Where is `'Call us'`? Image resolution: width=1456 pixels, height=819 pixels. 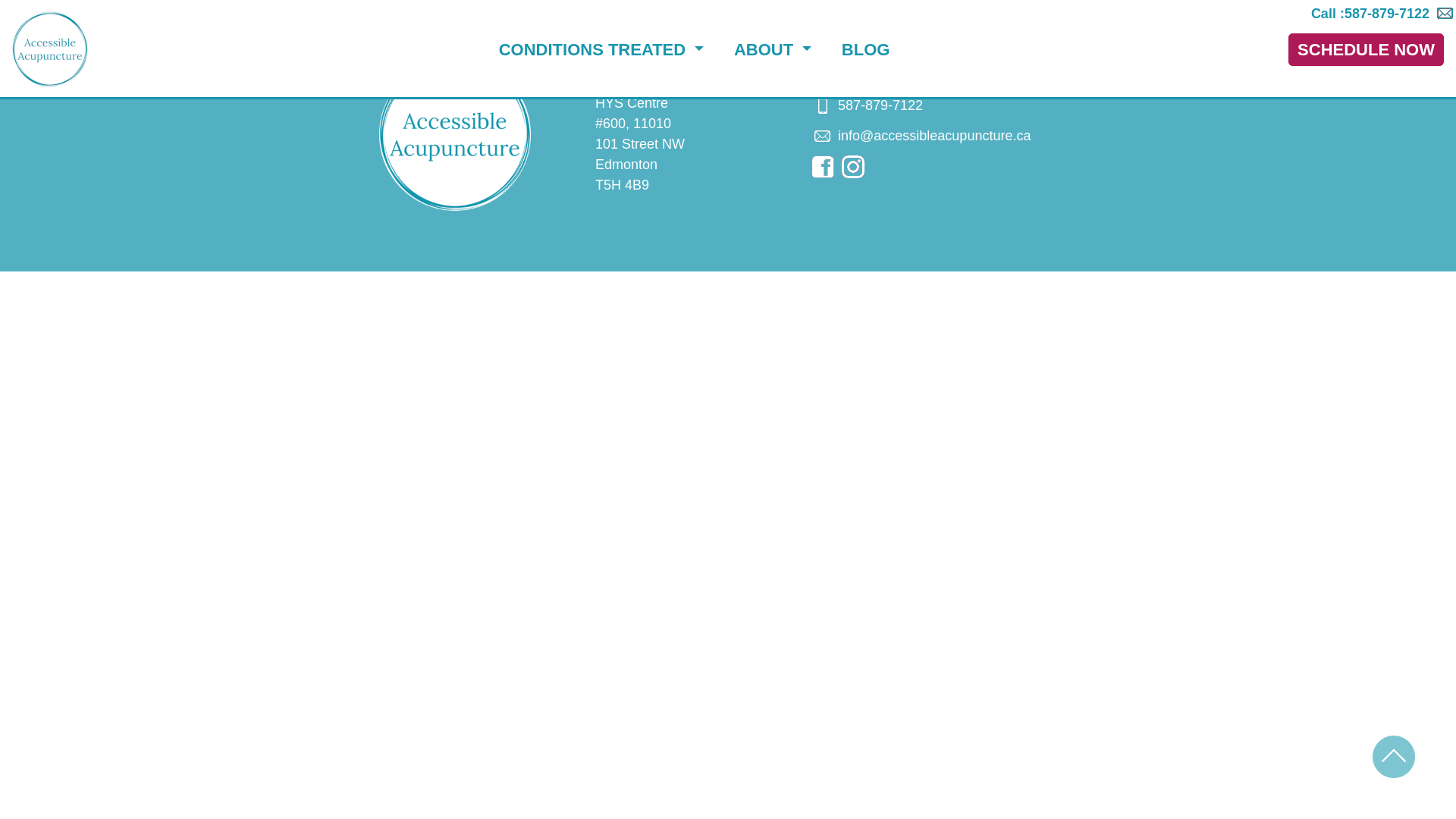 'Call us' is located at coordinates (821, 105).